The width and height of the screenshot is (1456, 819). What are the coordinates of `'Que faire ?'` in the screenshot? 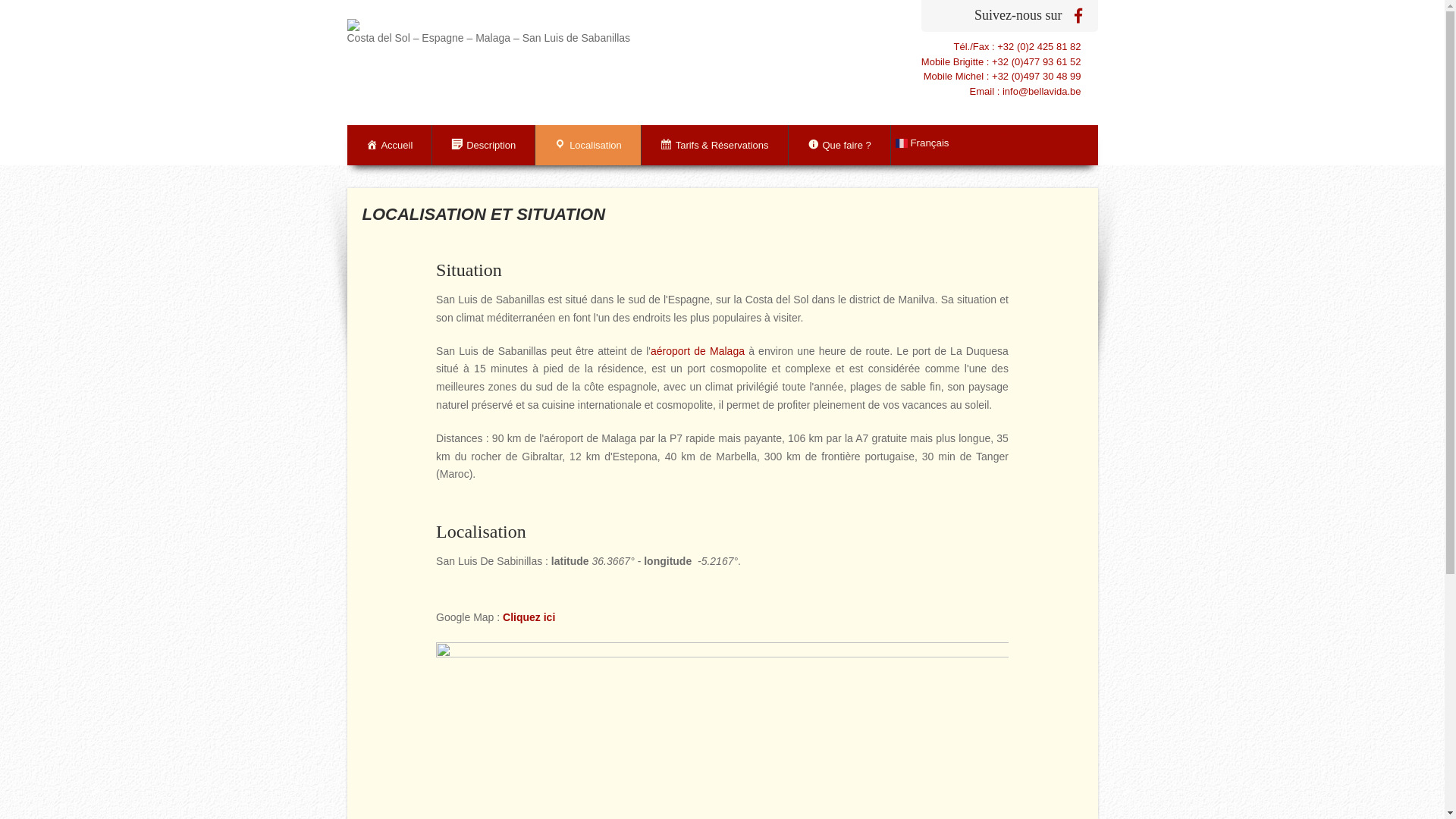 It's located at (839, 145).